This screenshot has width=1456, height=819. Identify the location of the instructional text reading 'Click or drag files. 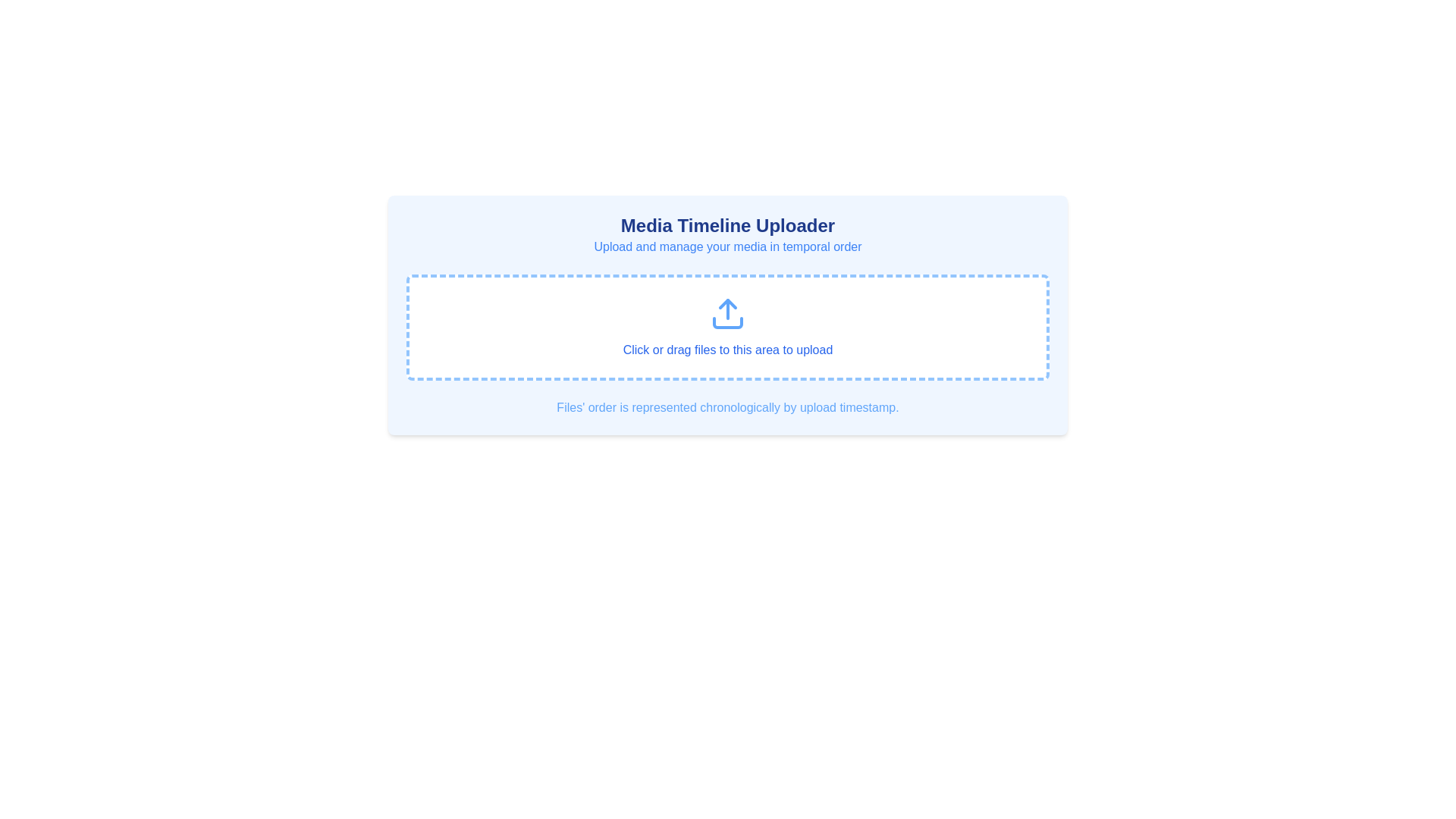
(728, 350).